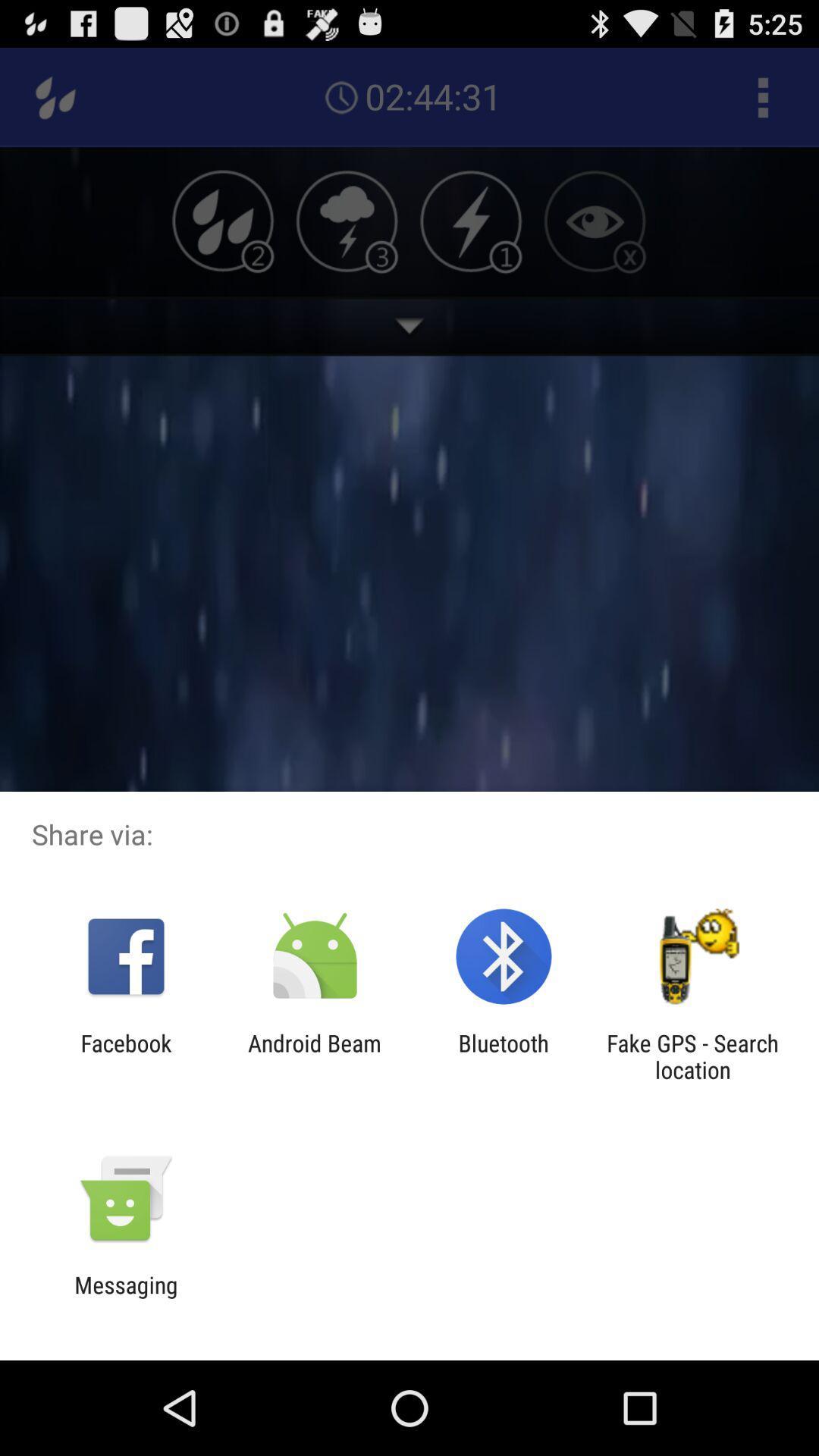 This screenshot has width=819, height=1456. What do you see at coordinates (504, 1056) in the screenshot?
I see `the app next to android beam item` at bounding box center [504, 1056].